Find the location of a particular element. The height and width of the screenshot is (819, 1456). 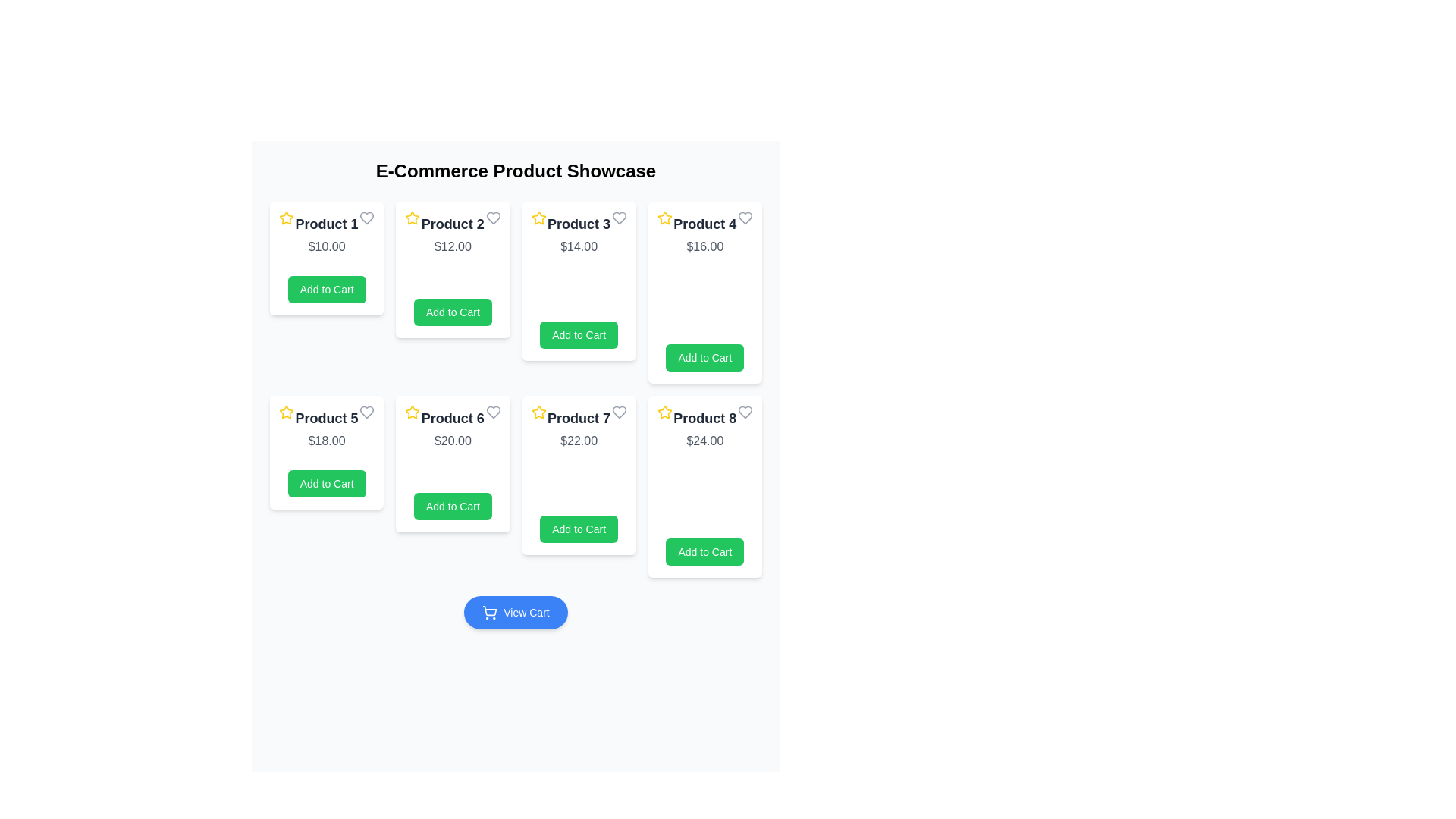

the price label for 'Product 7', which is located on the card in the bottom row of the products grid, directly below the title 'Product 7' is located at coordinates (578, 441).